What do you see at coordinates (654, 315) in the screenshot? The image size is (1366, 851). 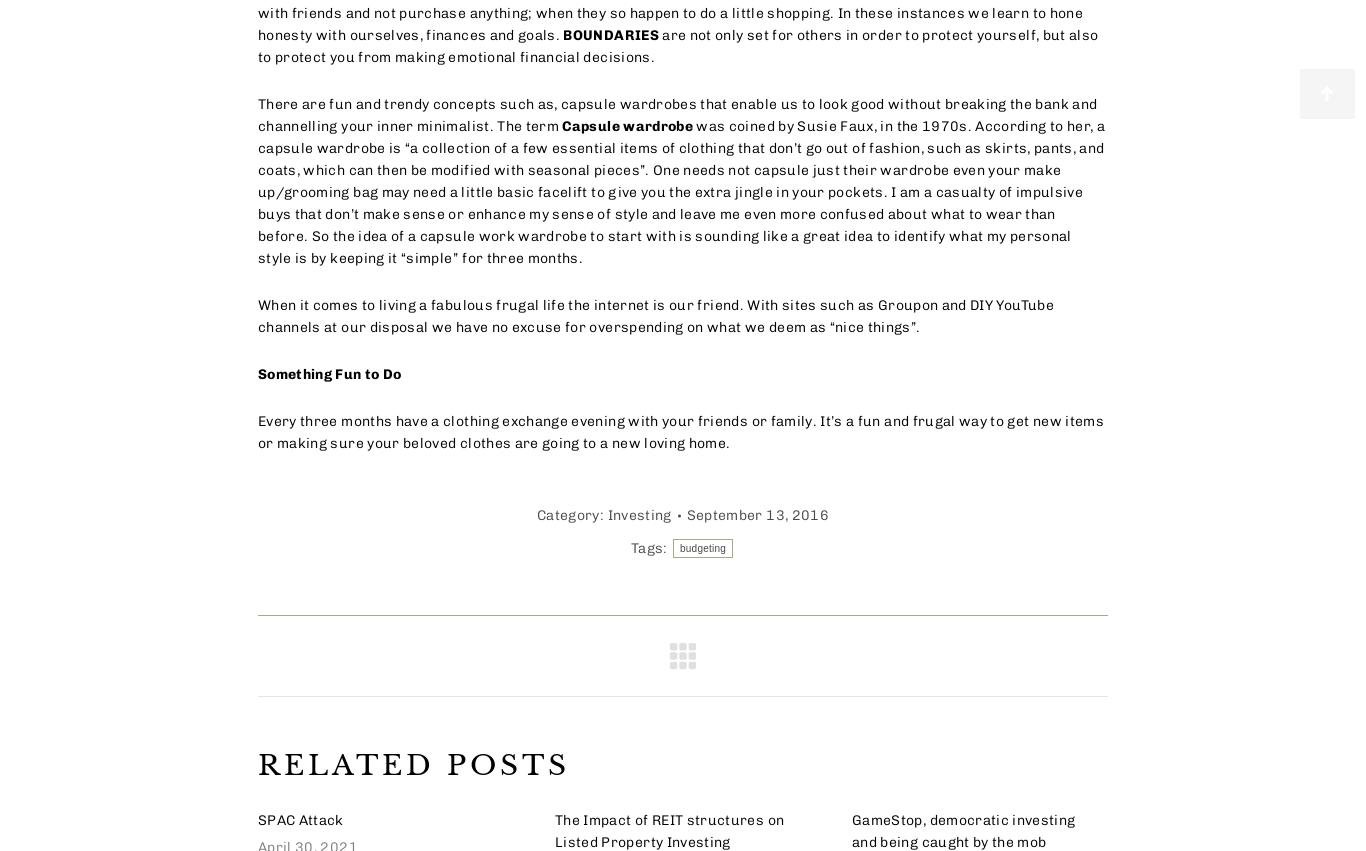 I see `'When it comes to living a fabulous frugal life the internet is our friend. With sites such as Groupon and DIY YouTube channels at our disposal we have no excuse for overspending on what we deem as “nice things”.'` at bounding box center [654, 315].